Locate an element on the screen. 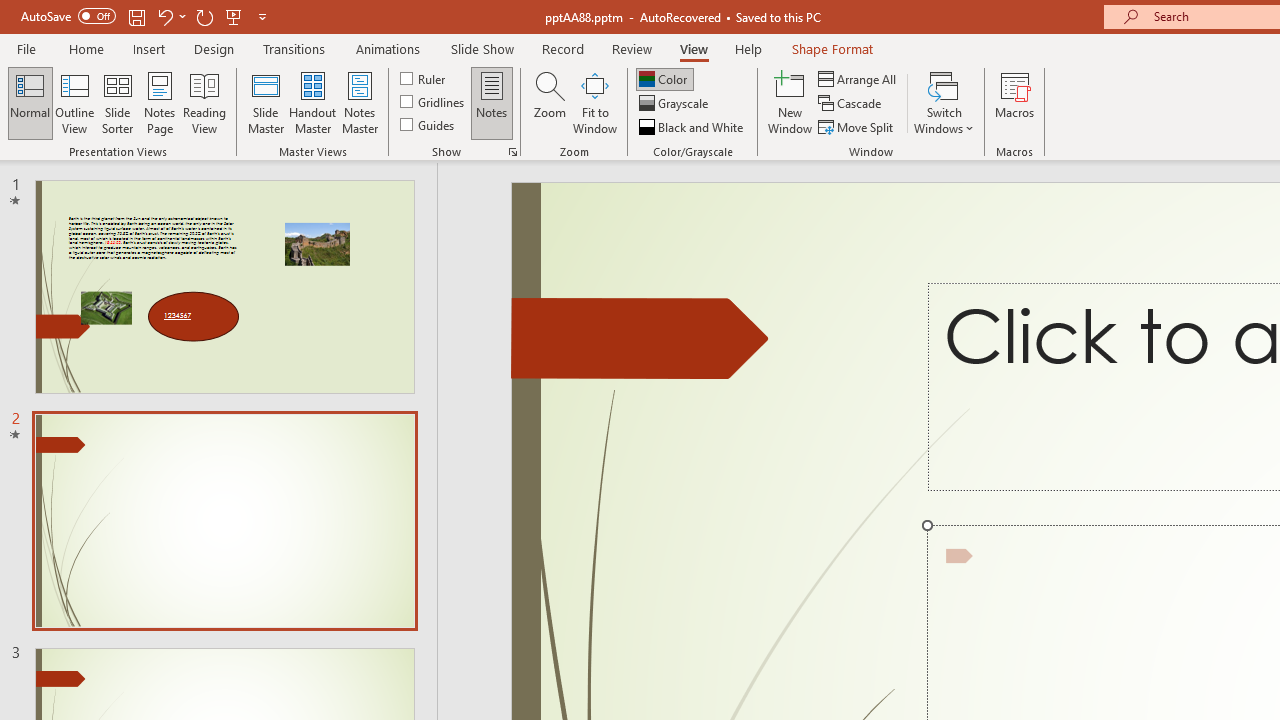 This screenshot has width=1280, height=720. 'Cascade' is located at coordinates (851, 103).